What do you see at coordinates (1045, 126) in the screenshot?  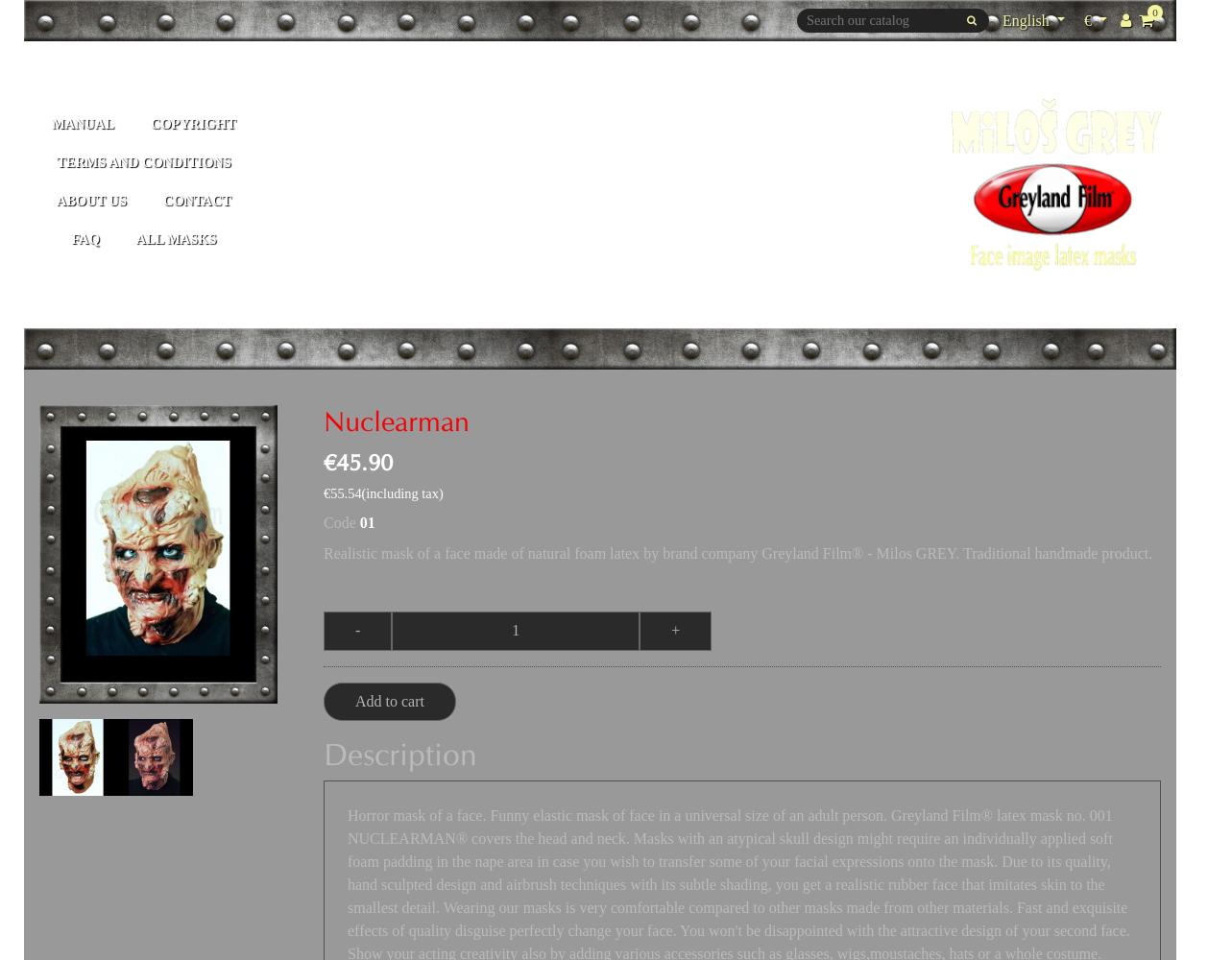 I see `'Deutsch'` at bounding box center [1045, 126].